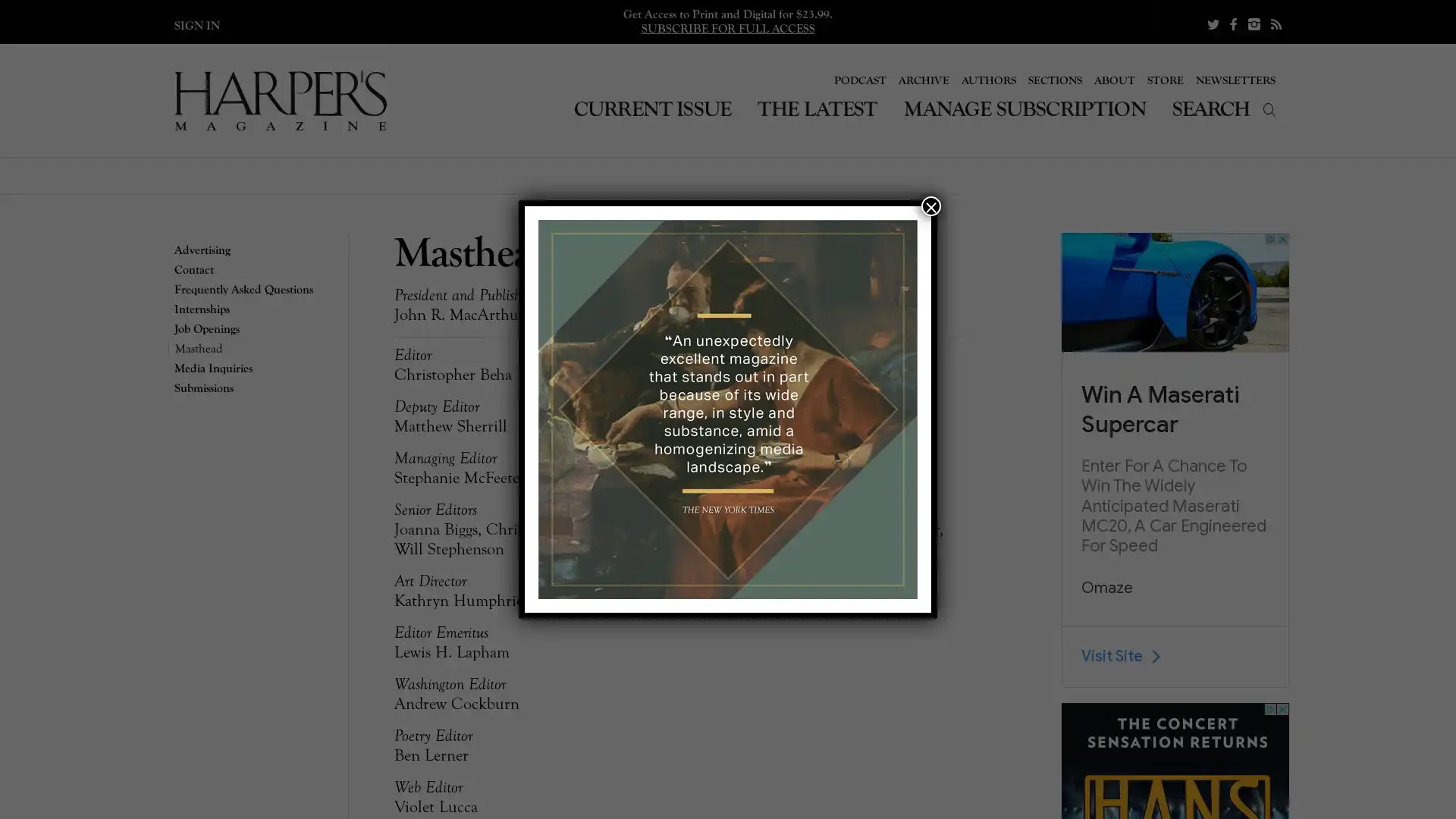 Image resolution: width=1456 pixels, height=819 pixels. Describe the element at coordinates (930, 206) in the screenshot. I see `Close` at that location.